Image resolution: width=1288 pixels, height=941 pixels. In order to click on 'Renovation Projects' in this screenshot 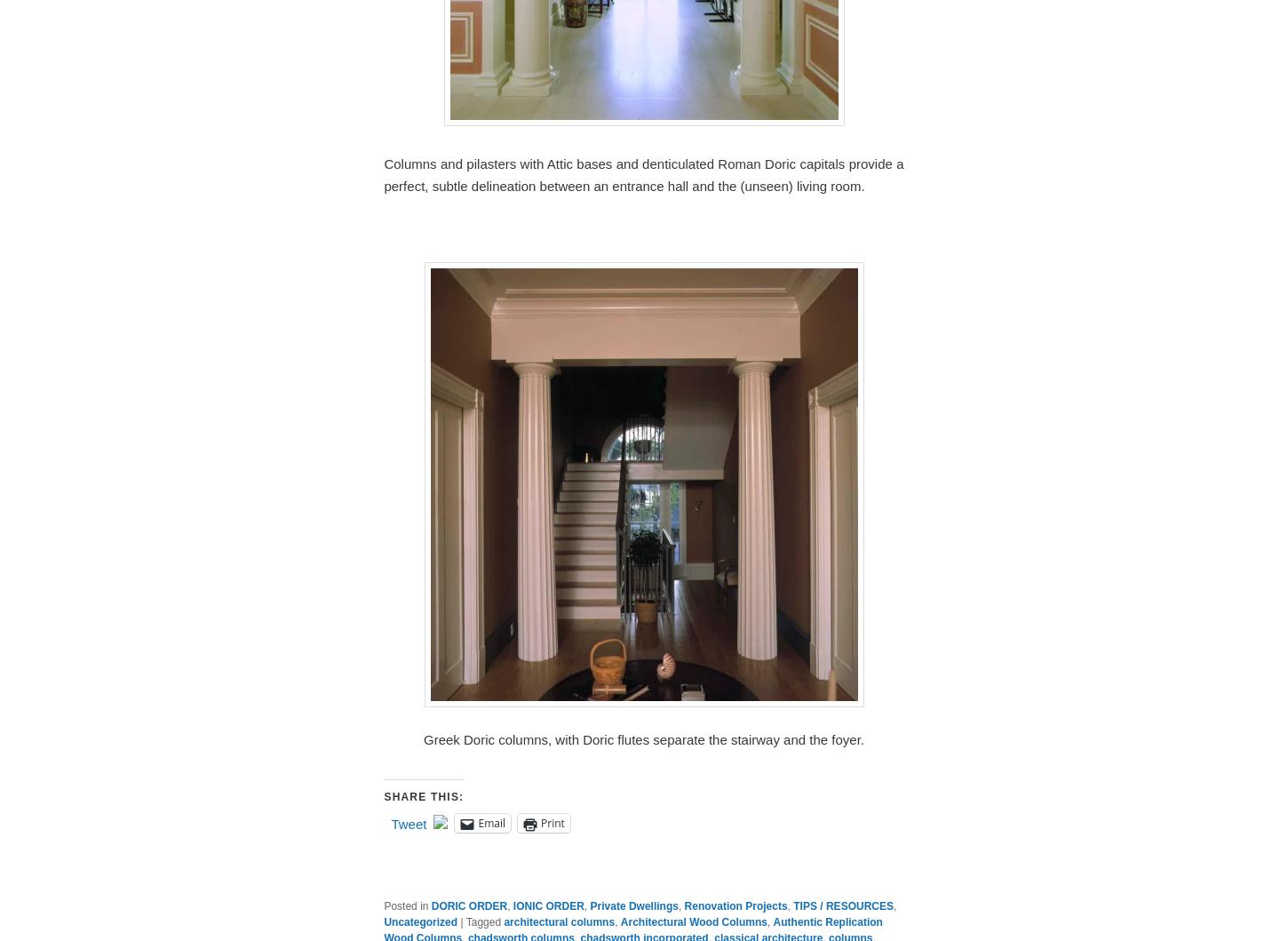, I will do `click(683, 905)`.